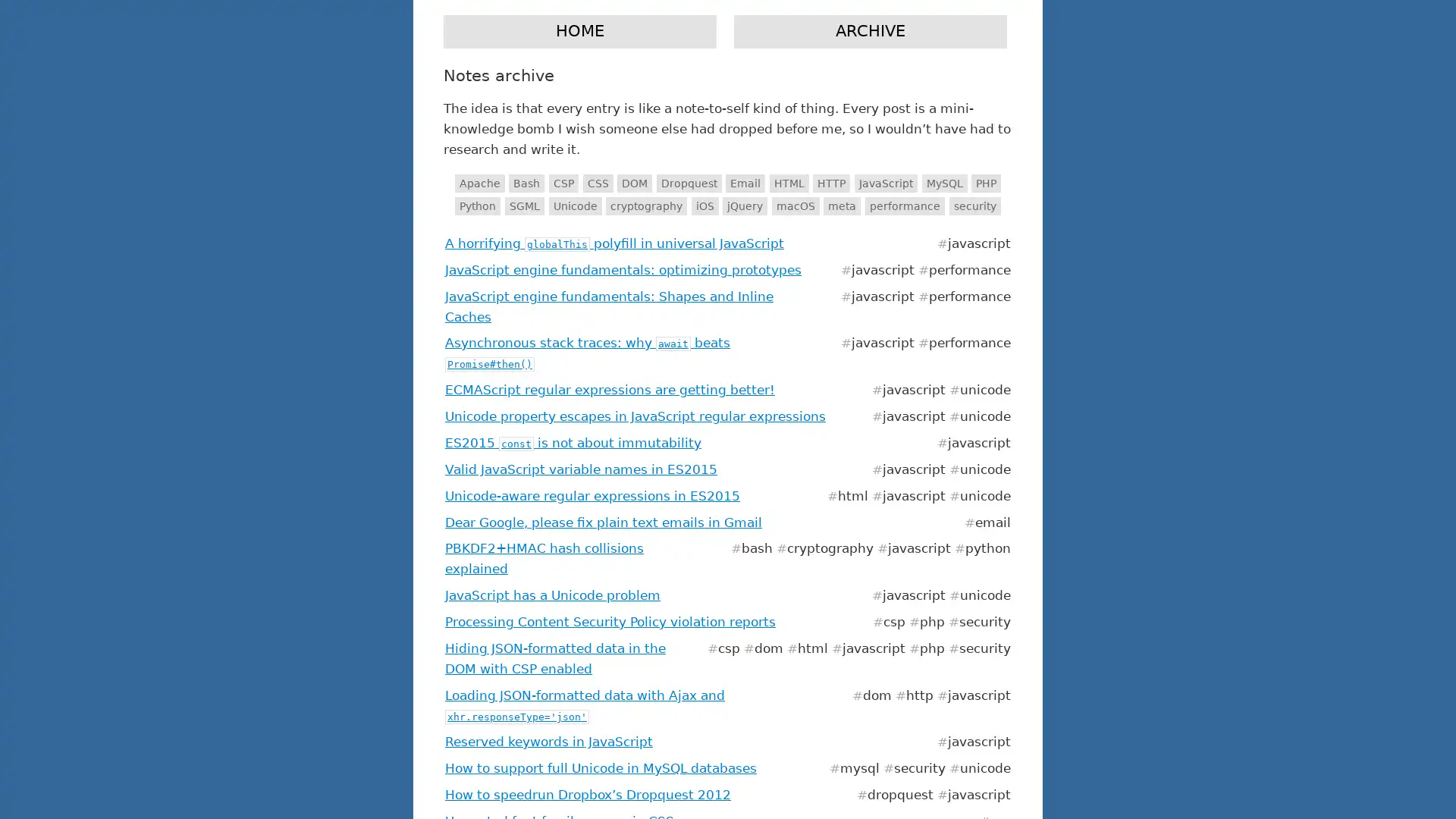  What do you see at coordinates (943, 183) in the screenshot?
I see `MySQL` at bounding box center [943, 183].